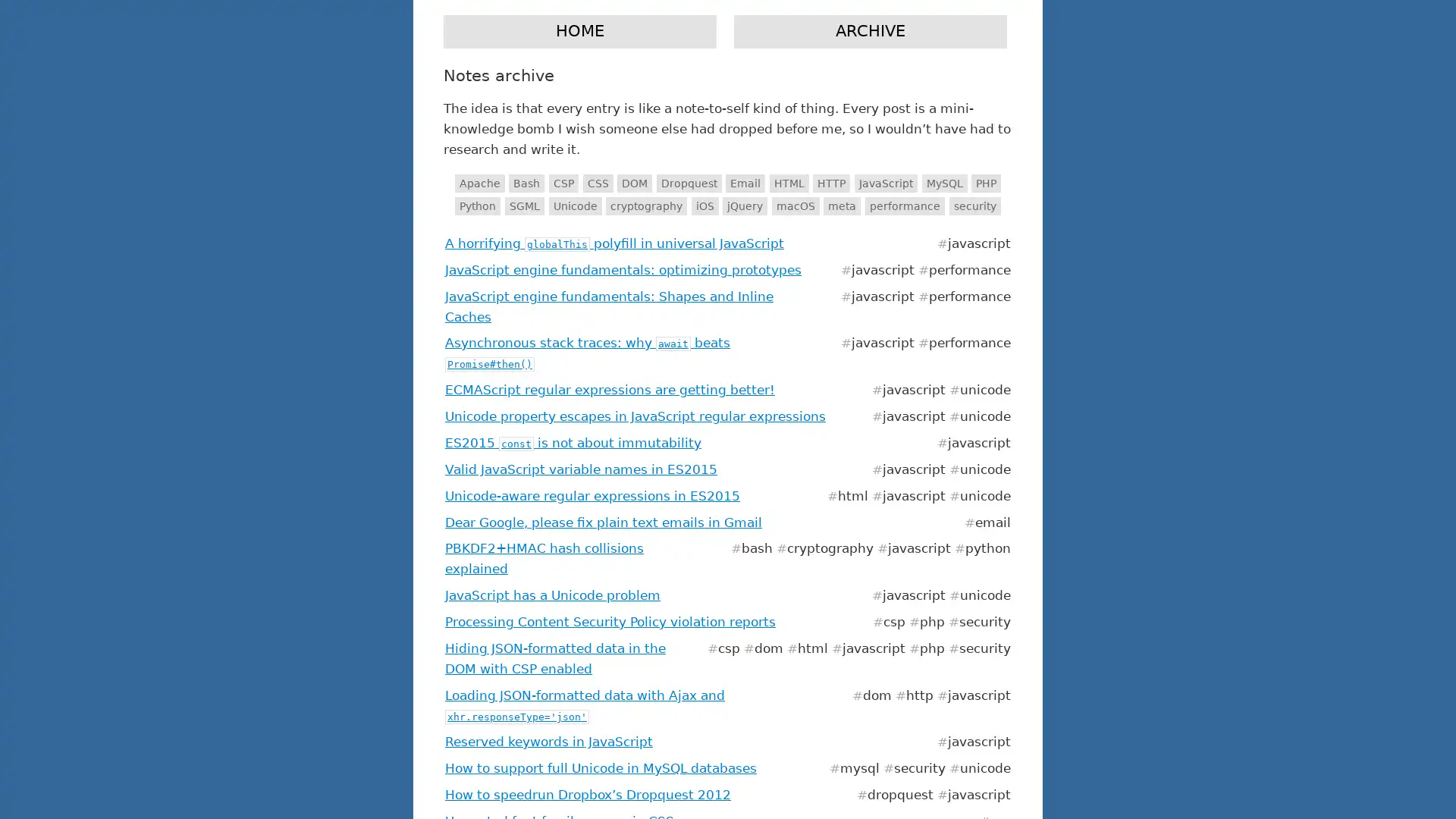  What do you see at coordinates (943, 183) in the screenshot?
I see `MySQL` at bounding box center [943, 183].